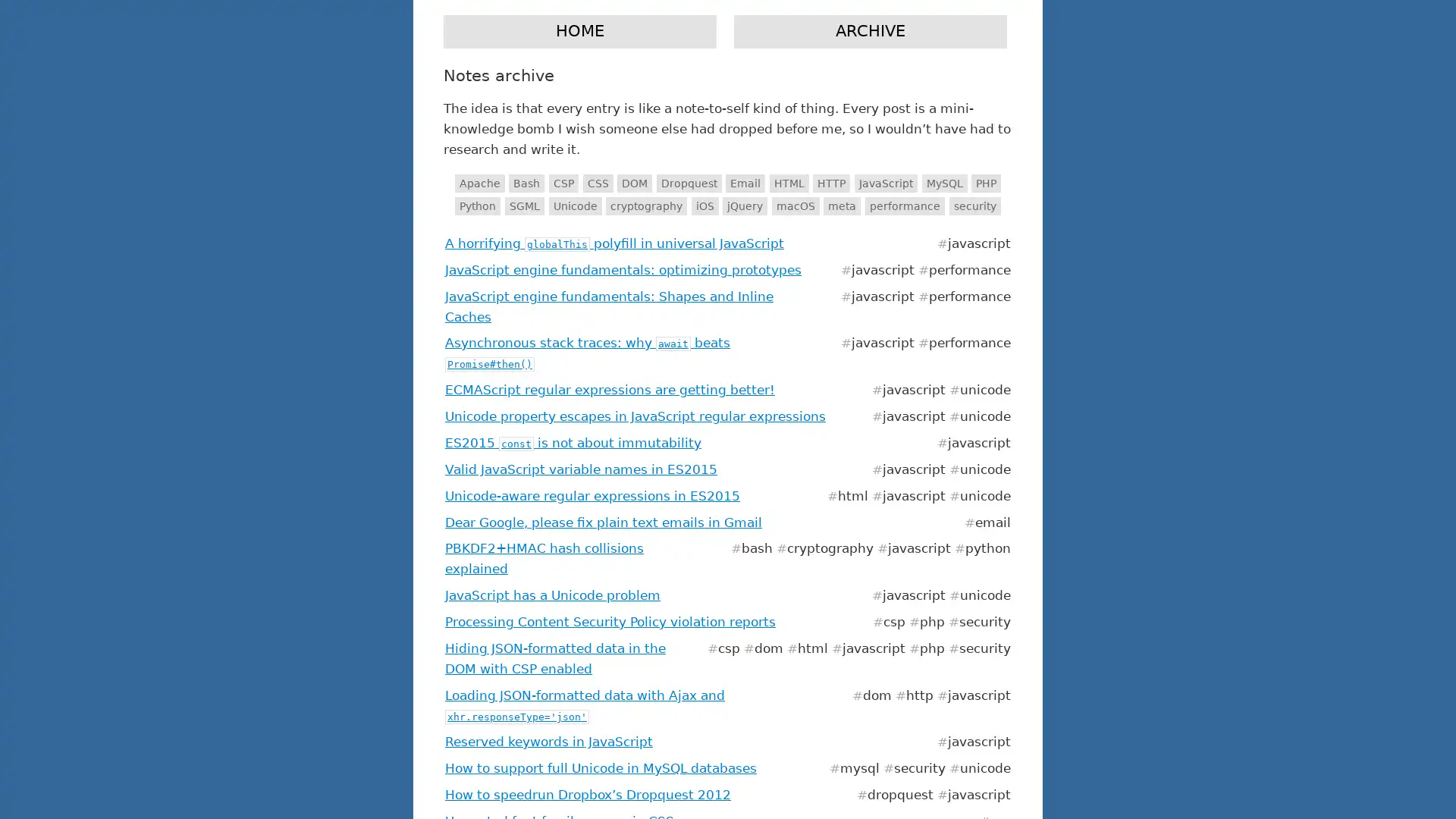  What do you see at coordinates (943, 183) in the screenshot?
I see `MySQL` at bounding box center [943, 183].